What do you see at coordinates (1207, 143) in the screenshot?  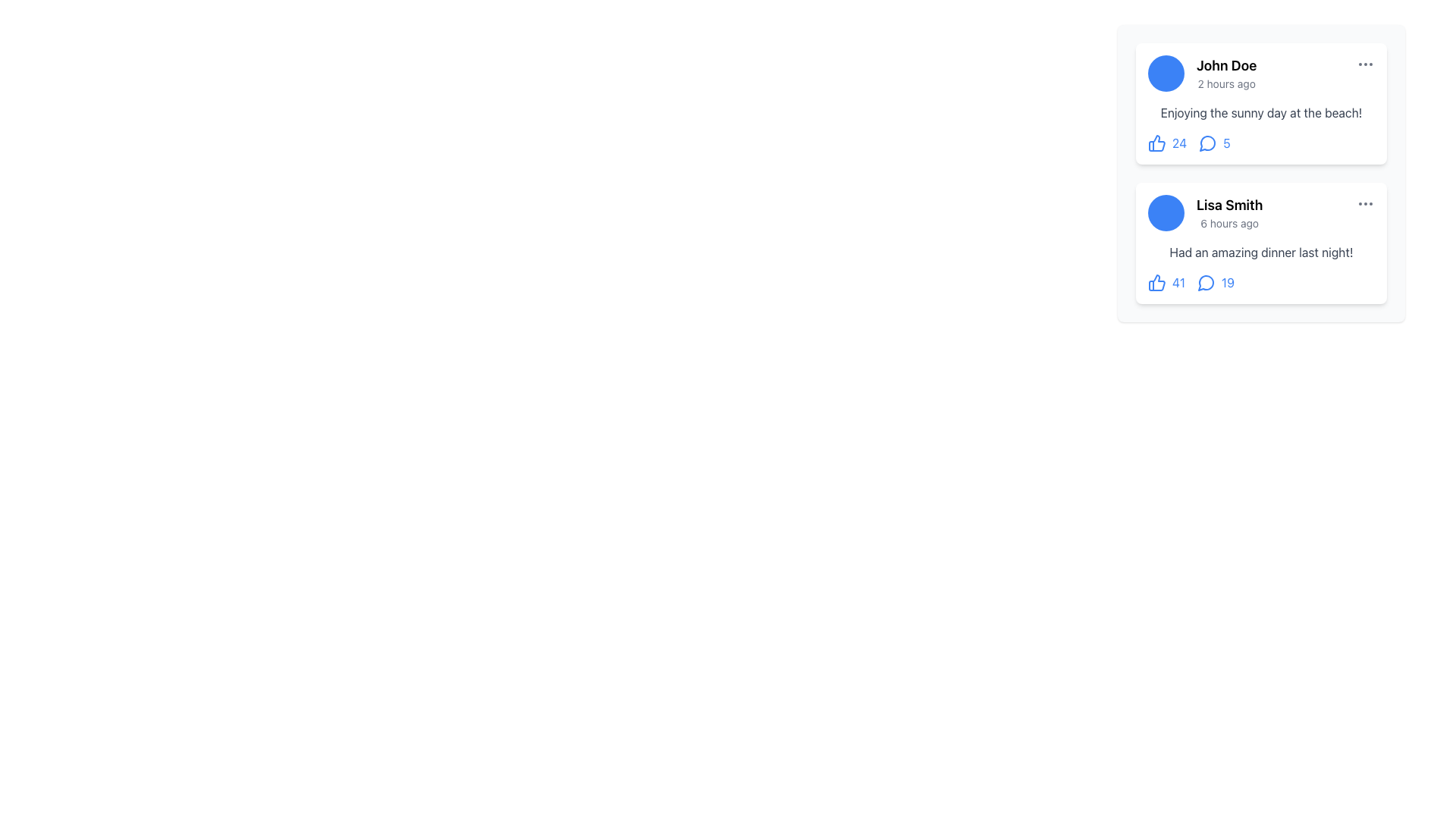 I see `the small circular blue speech bubble icon button located in the horizontal row of action icons, which is positioned to the right of the like button and to the left of another numerical count` at bounding box center [1207, 143].